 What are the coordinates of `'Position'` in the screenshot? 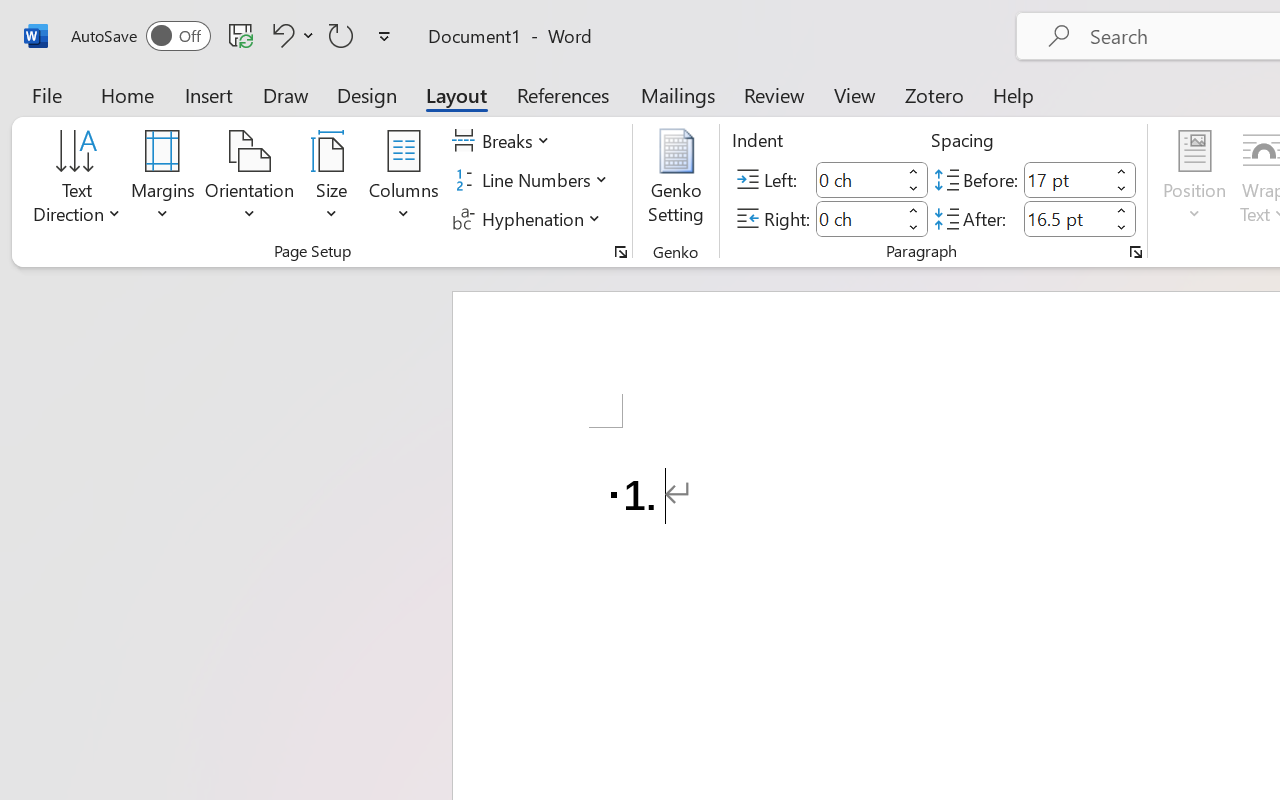 It's located at (1194, 179).